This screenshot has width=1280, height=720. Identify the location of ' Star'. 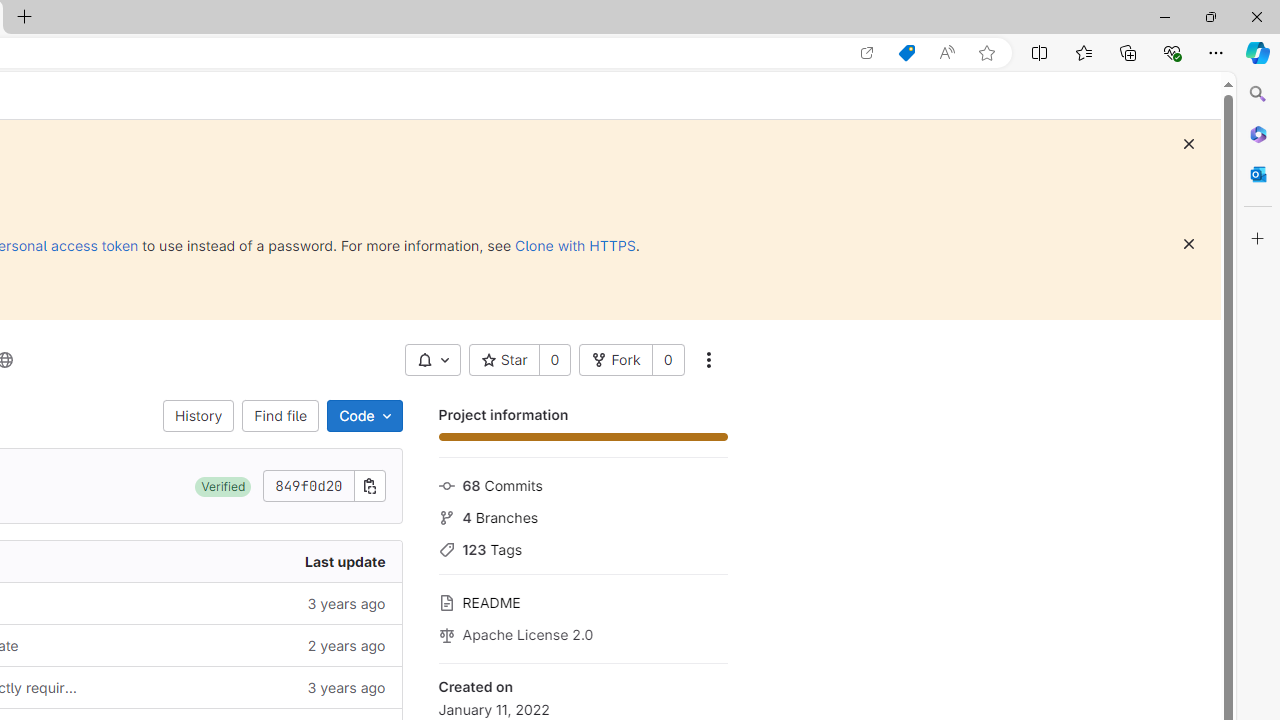
(504, 360).